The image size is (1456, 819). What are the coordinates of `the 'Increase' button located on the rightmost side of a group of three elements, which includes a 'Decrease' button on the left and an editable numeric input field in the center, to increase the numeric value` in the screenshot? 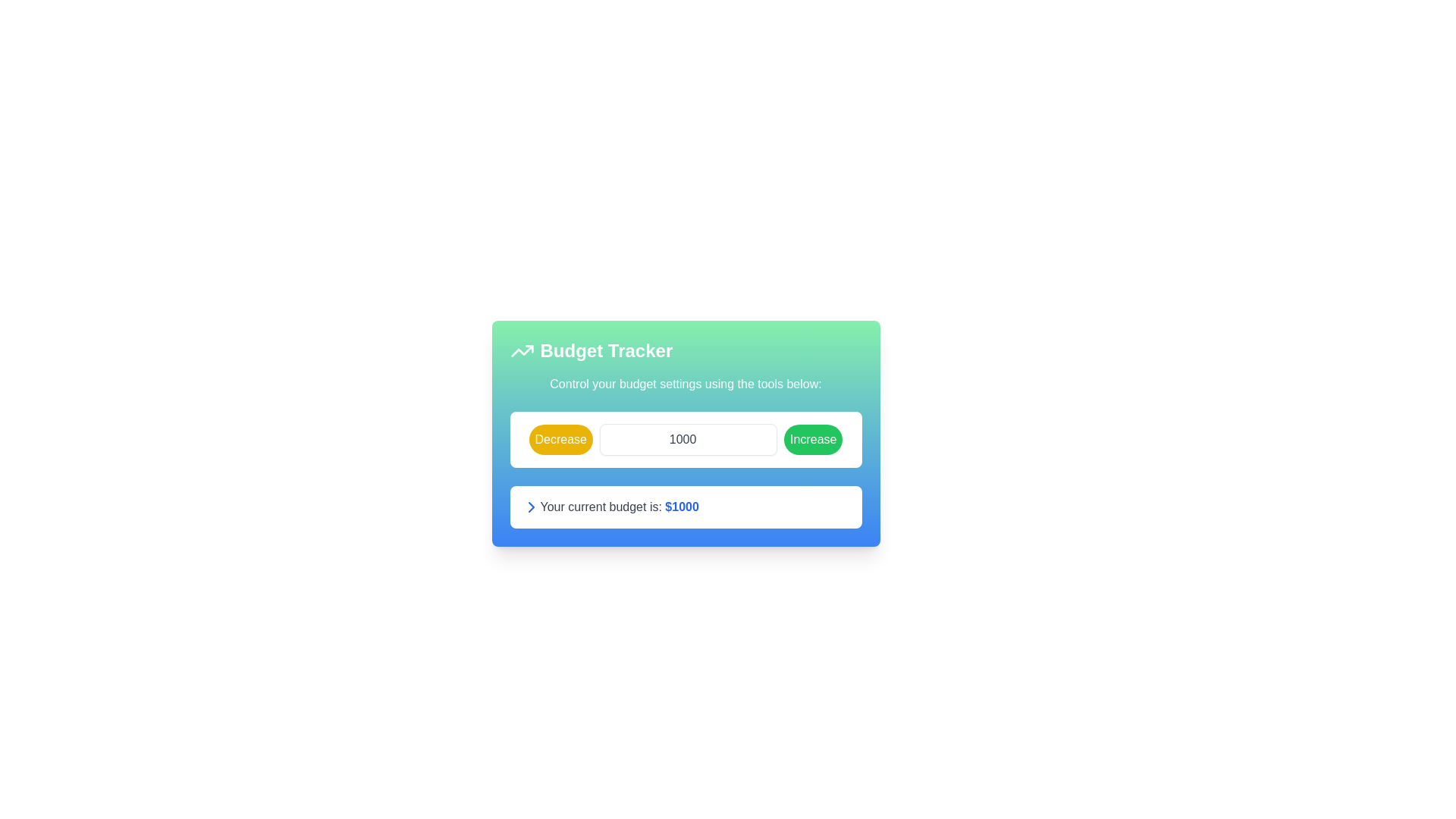 It's located at (812, 439).